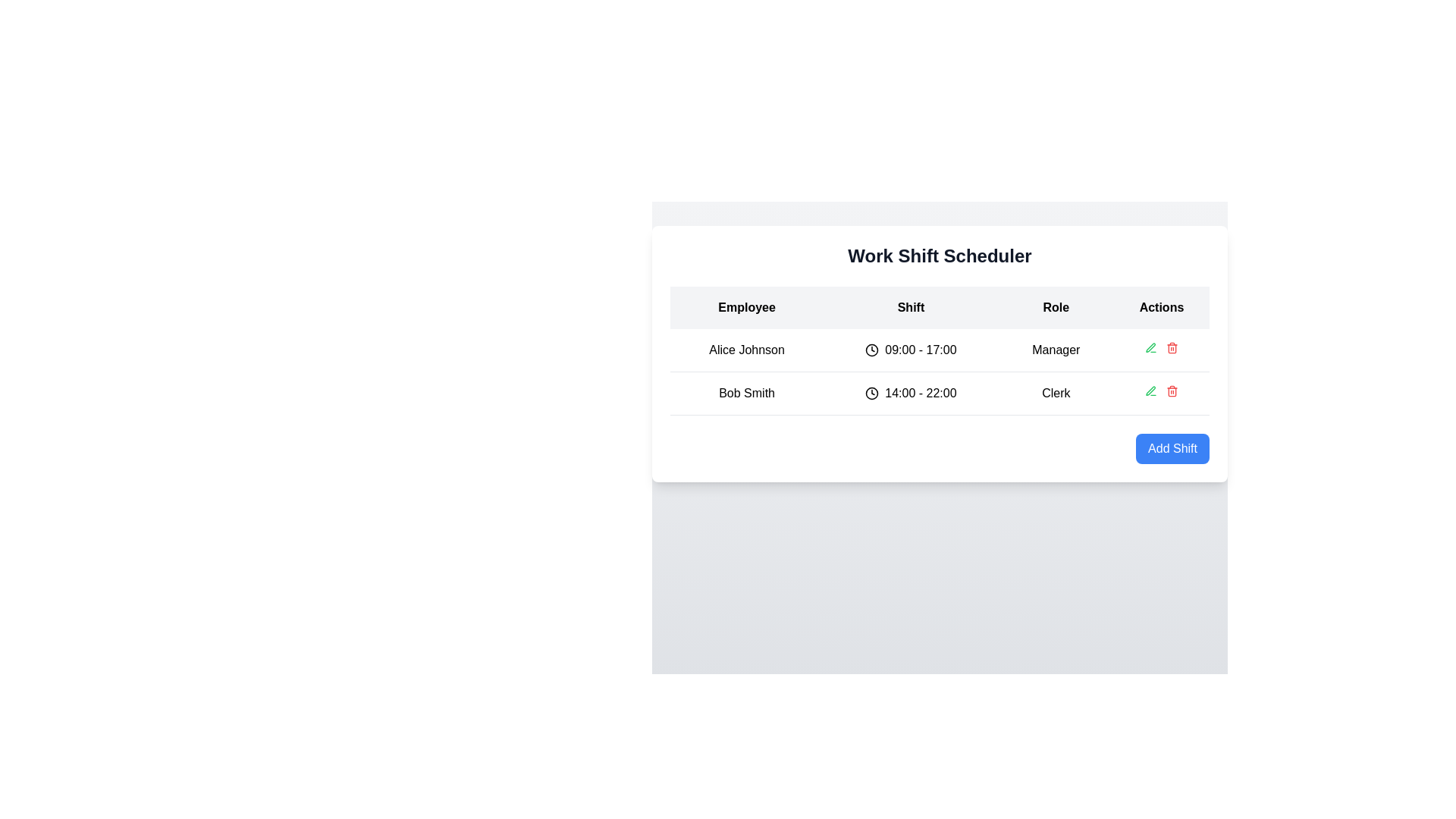 The width and height of the screenshot is (1456, 819). I want to click on the edit icon in the Actions column of the second row in the 'Work Shift Scheduler' table, so click(1150, 390).